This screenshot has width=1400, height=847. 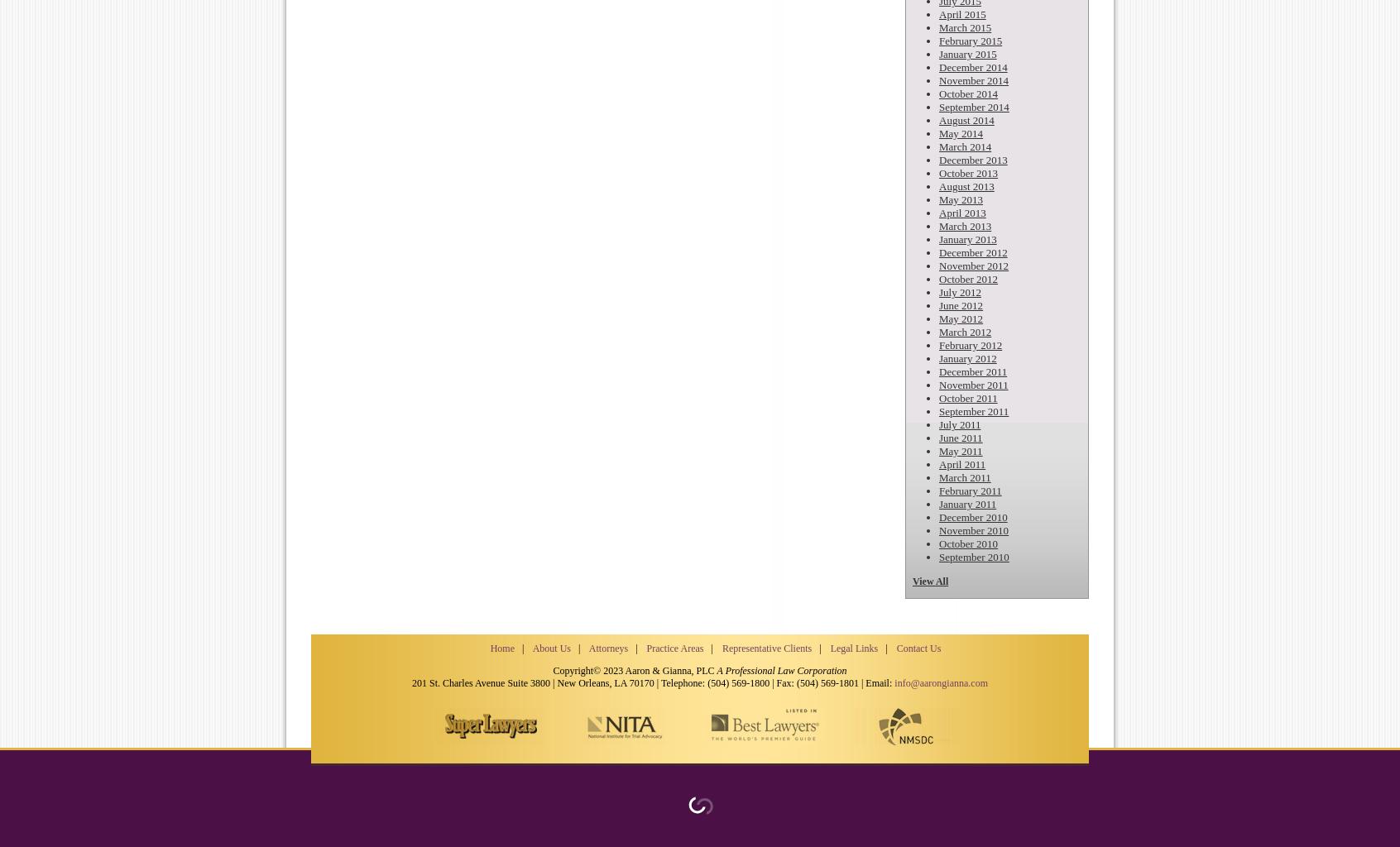 I want to click on 'June 2012', so click(x=960, y=305).